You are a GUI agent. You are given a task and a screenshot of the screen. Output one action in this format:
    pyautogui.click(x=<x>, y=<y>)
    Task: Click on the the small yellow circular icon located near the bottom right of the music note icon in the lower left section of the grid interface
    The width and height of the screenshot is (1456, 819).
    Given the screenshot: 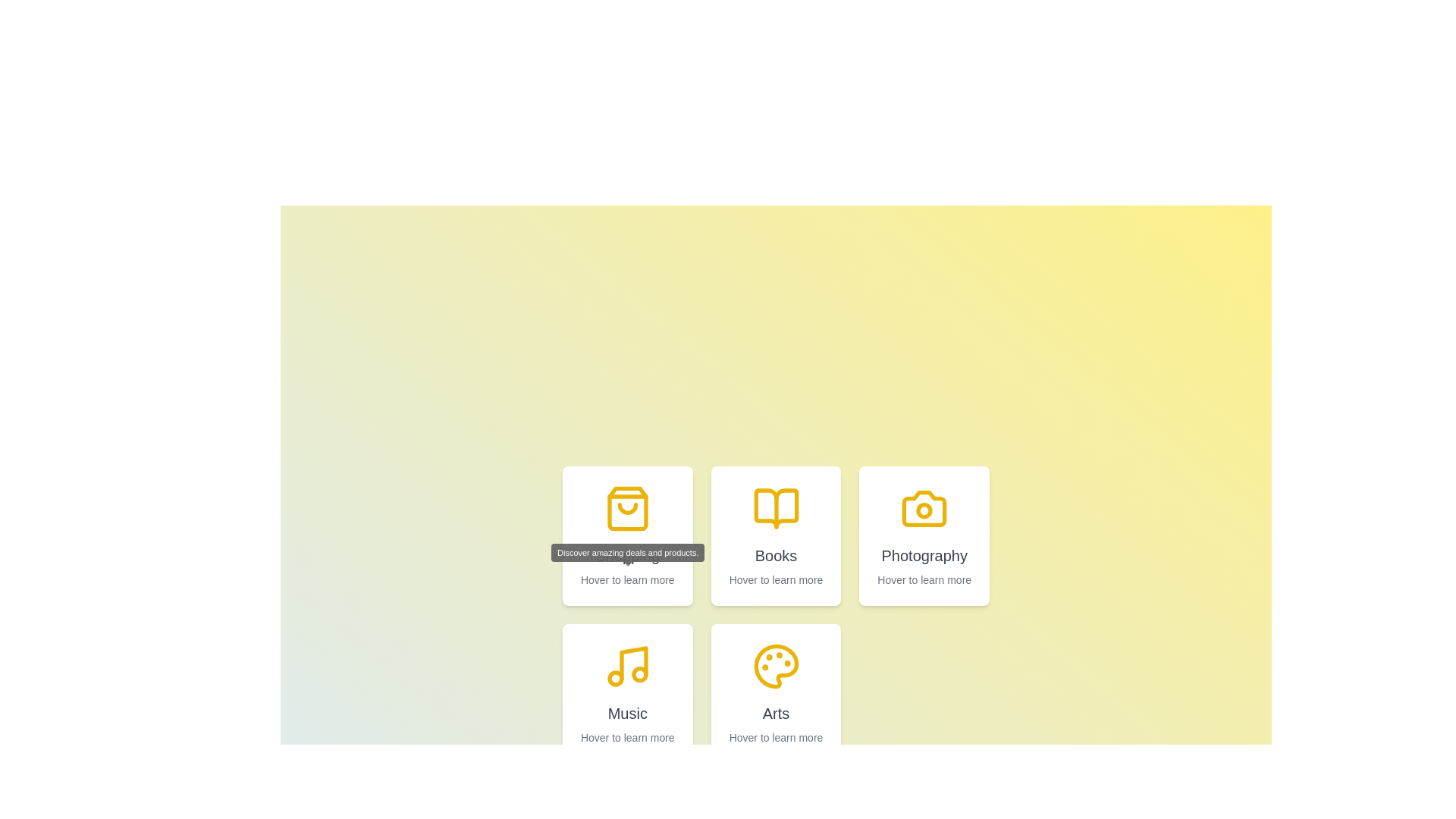 What is the action you would take?
    pyautogui.click(x=639, y=673)
    